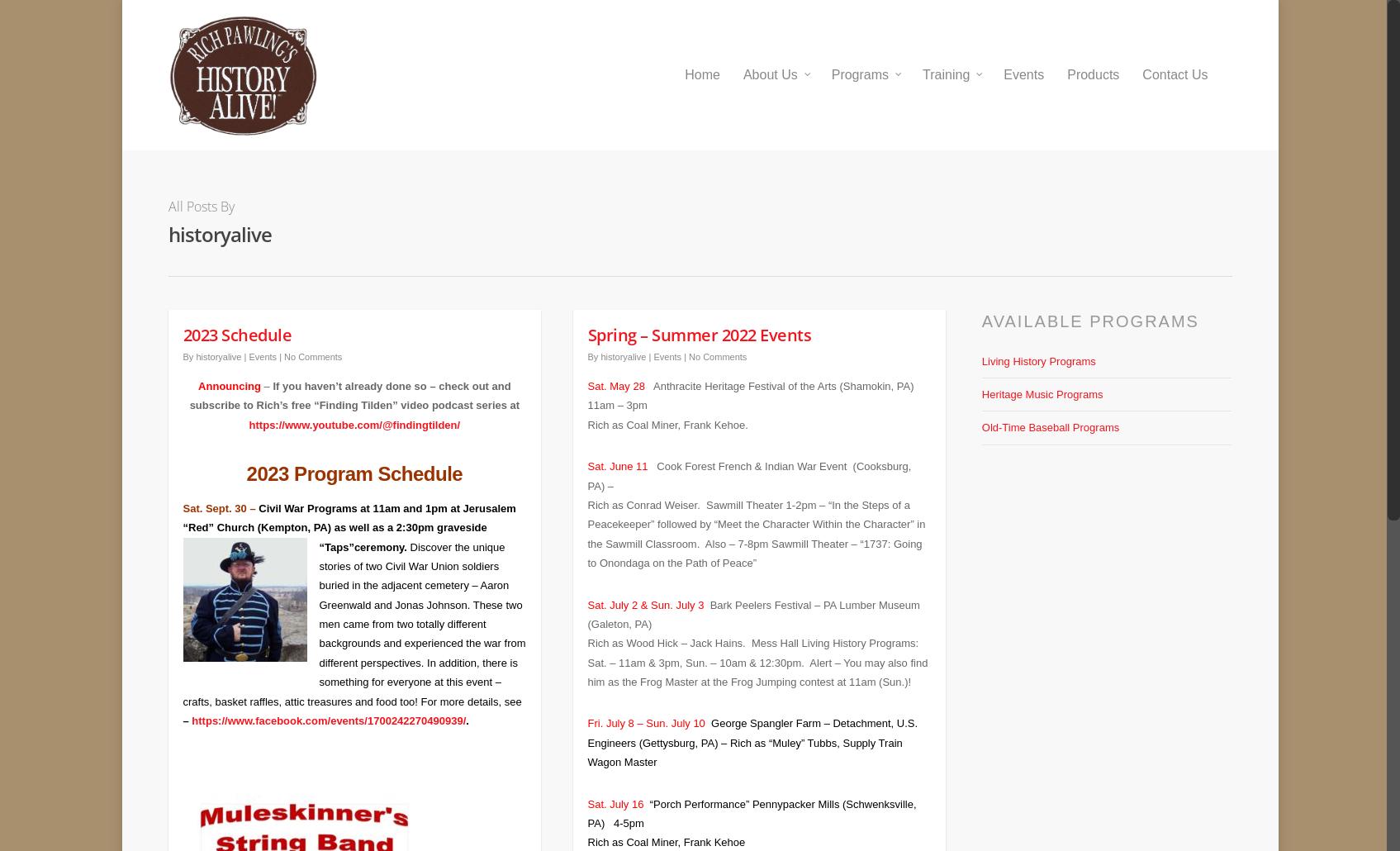 This screenshot has width=1400, height=851. What do you see at coordinates (229, 373) in the screenshot?
I see `'Announcing'` at bounding box center [229, 373].